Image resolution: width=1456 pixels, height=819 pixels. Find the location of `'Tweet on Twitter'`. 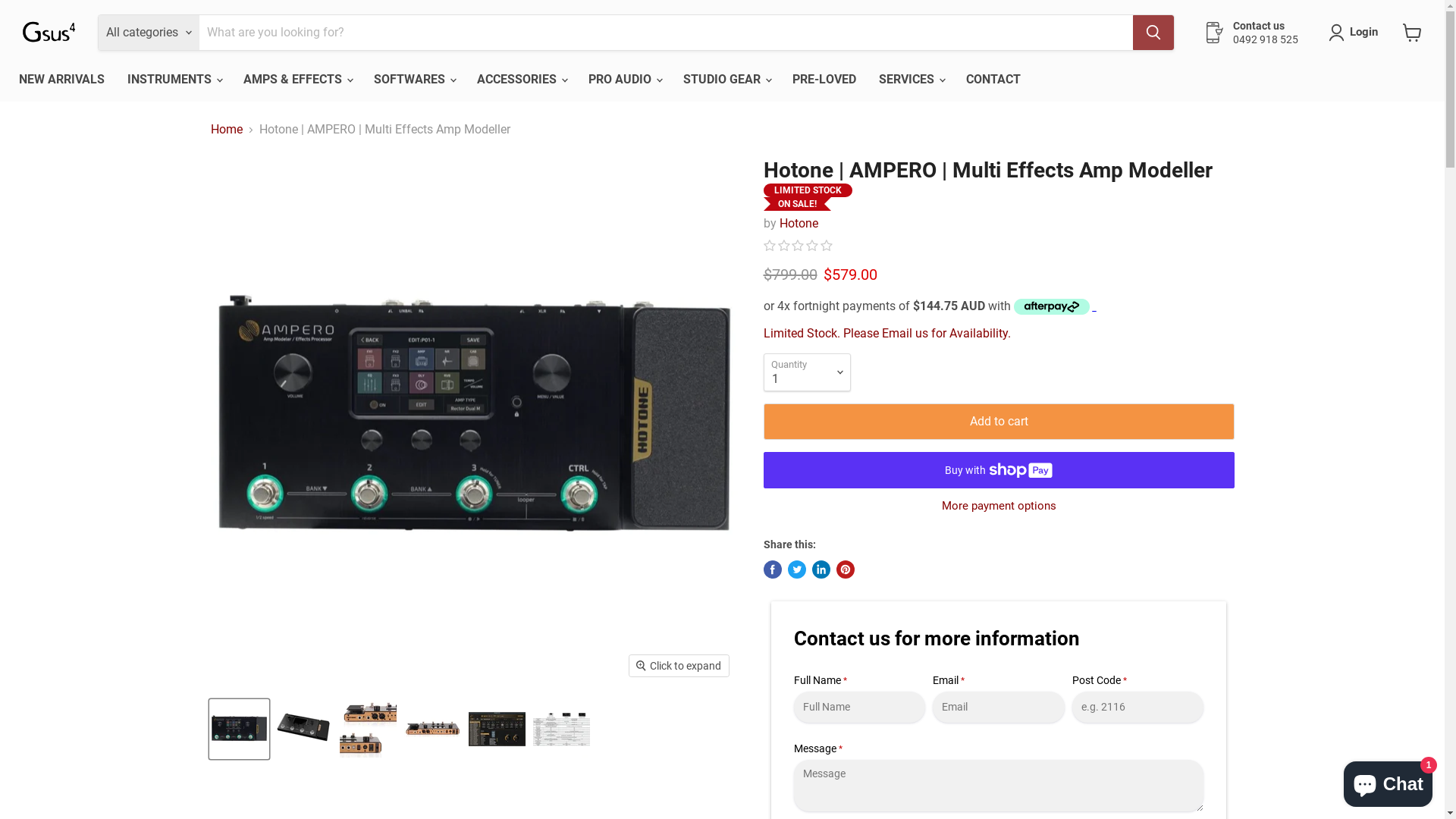

'Tweet on Twitter' is located at coordinates (786, 570).